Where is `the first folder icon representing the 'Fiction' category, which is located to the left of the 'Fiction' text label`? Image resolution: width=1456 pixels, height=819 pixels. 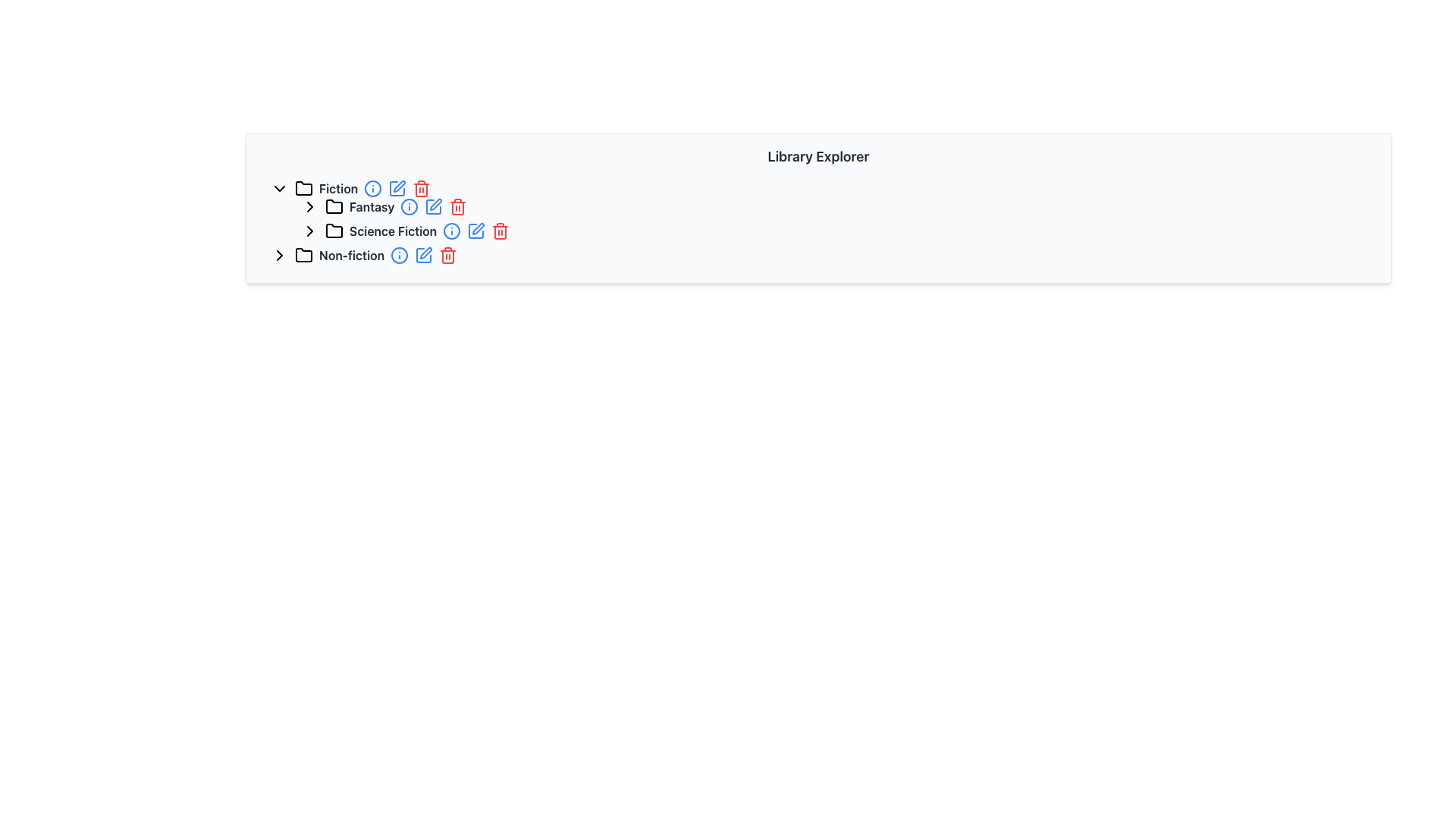
the first folder icon representing the 'Fiction' category, which is located to the left of the 'Fiction' text label is located at coordinates (303, 188).